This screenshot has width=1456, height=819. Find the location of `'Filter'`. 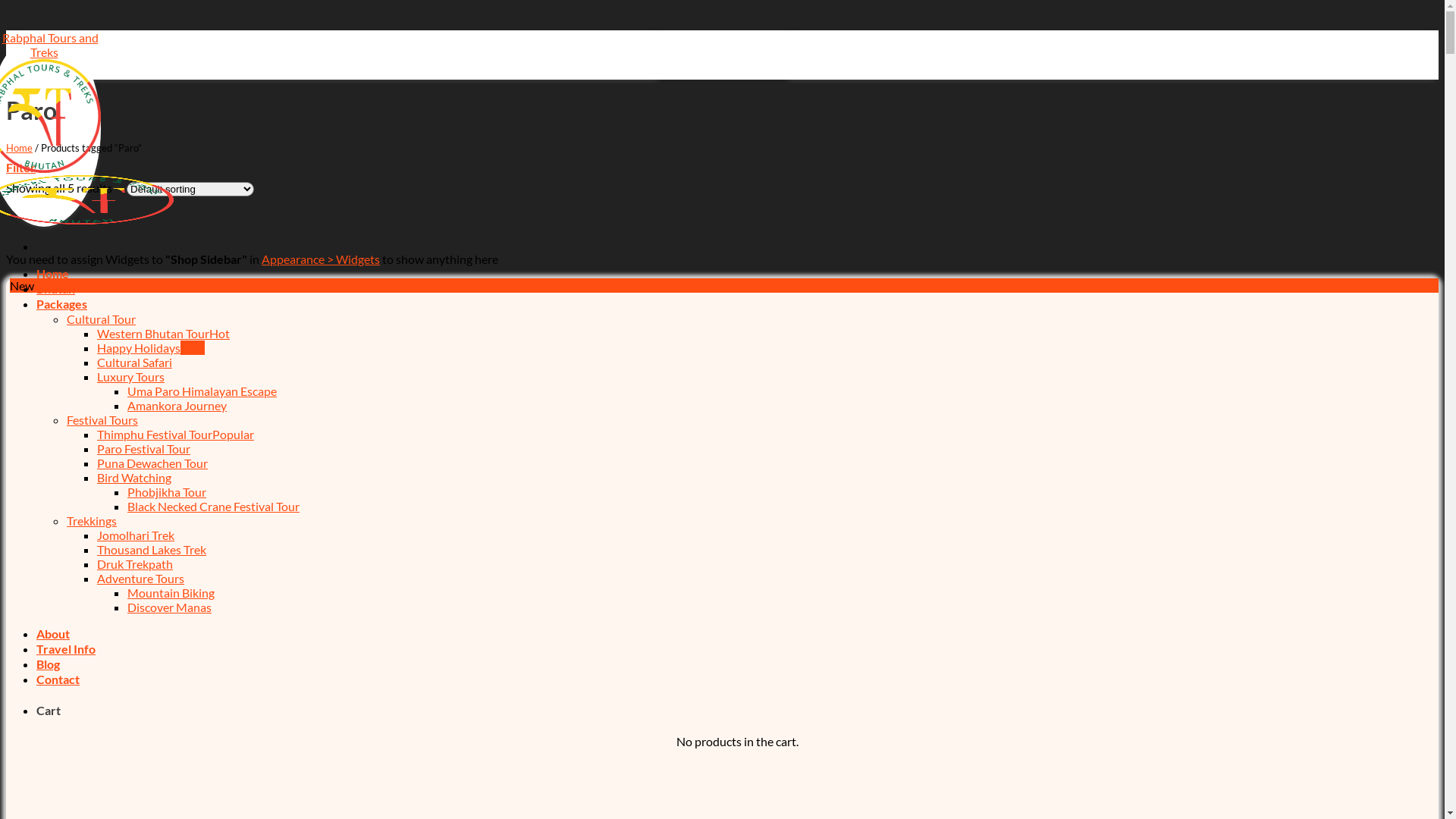

'Filter' is located at coordinates (20, 167).